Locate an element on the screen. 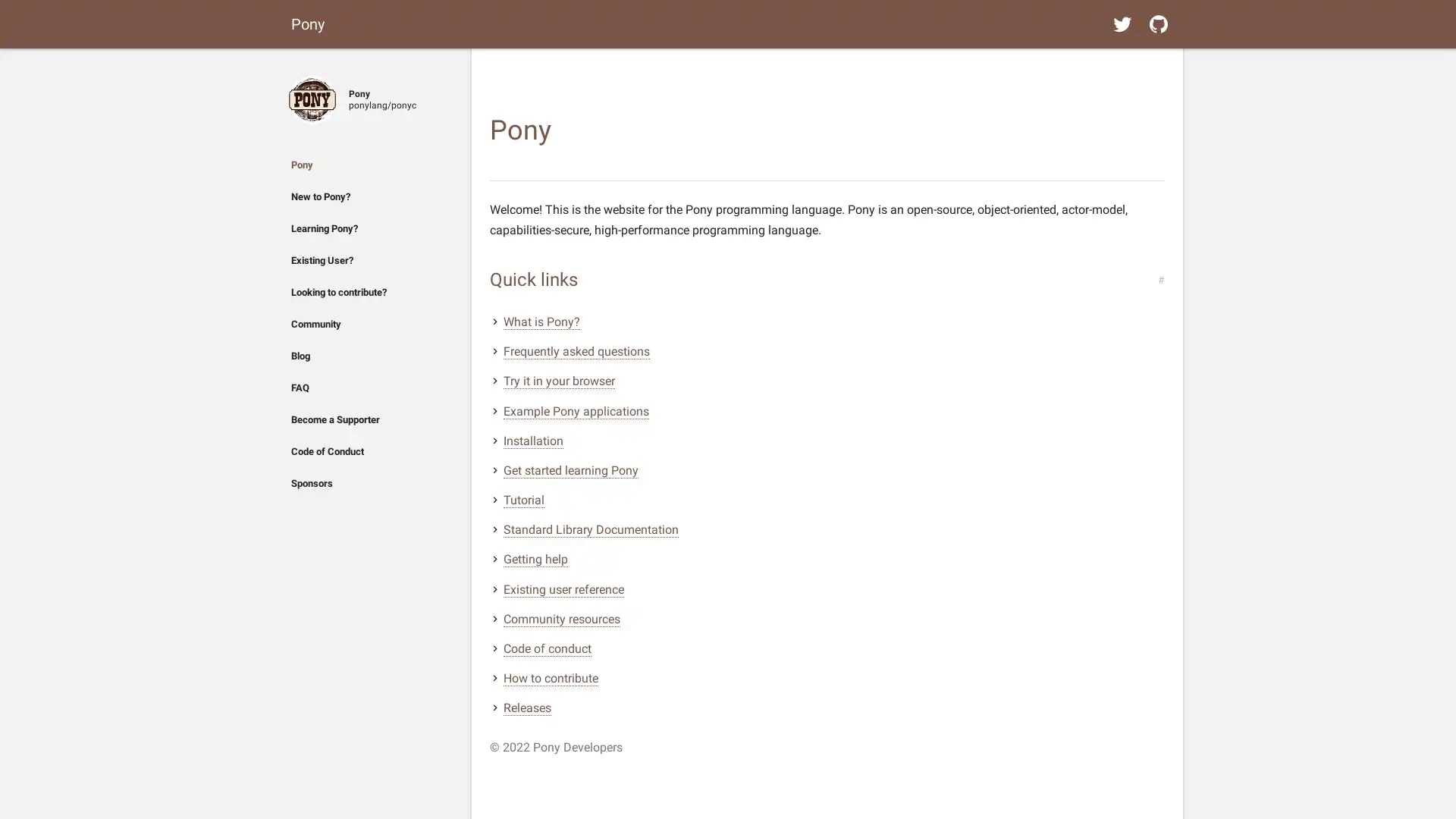 The image size is (1456, 819). Close is located at coordinates (297, 66).